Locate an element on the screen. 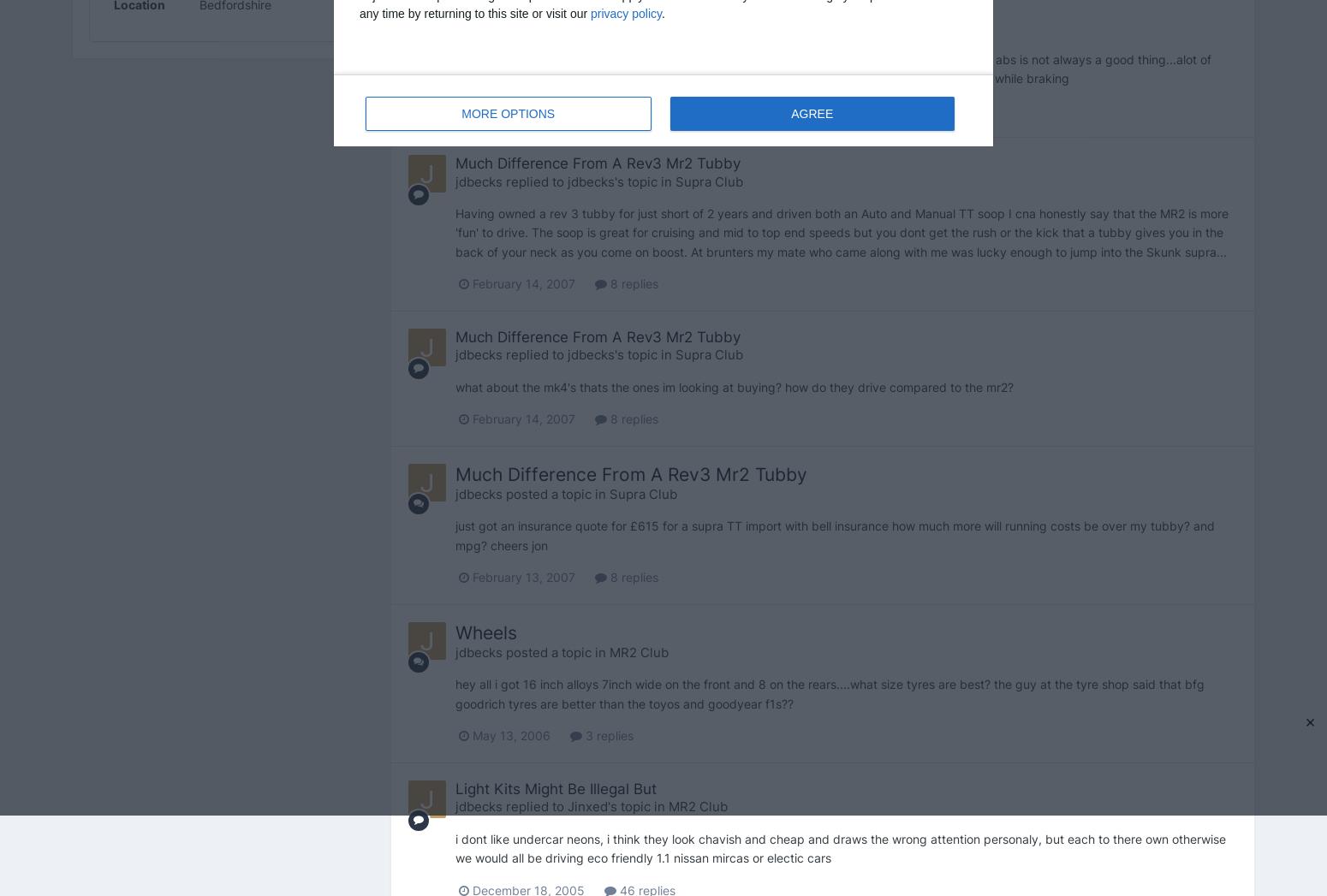 This screenshot has width=1327, height=896. 'i dont like undercar neons, i think they look chavish and cheap and draws the wrong attention personaly, but each to there own otherwise we would all be driving eco friendly 1.1 nissan mircas or electic cars' is located at coordinates (838, 846).